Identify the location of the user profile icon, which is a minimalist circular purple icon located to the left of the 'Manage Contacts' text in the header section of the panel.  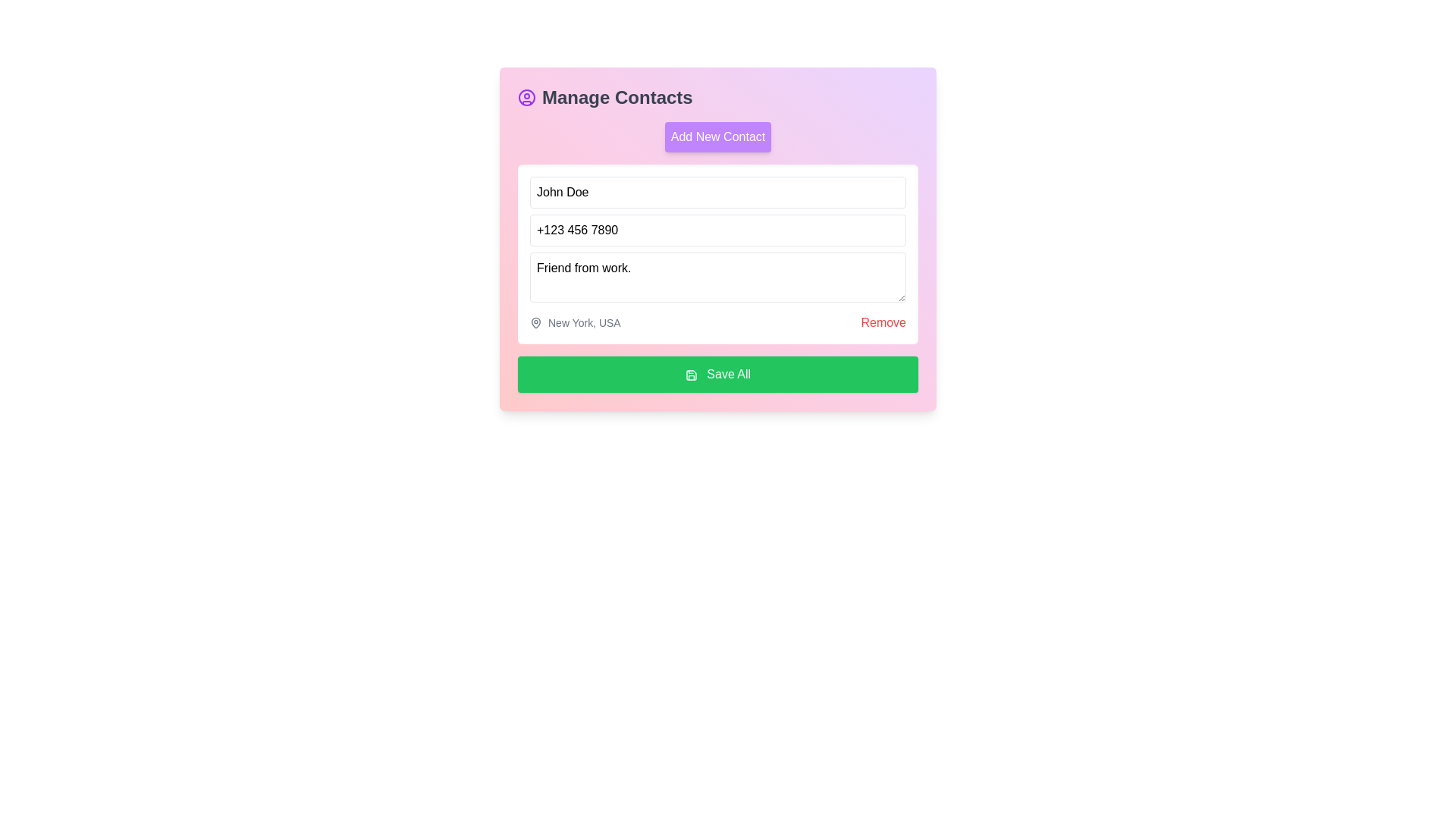
(527, 97).